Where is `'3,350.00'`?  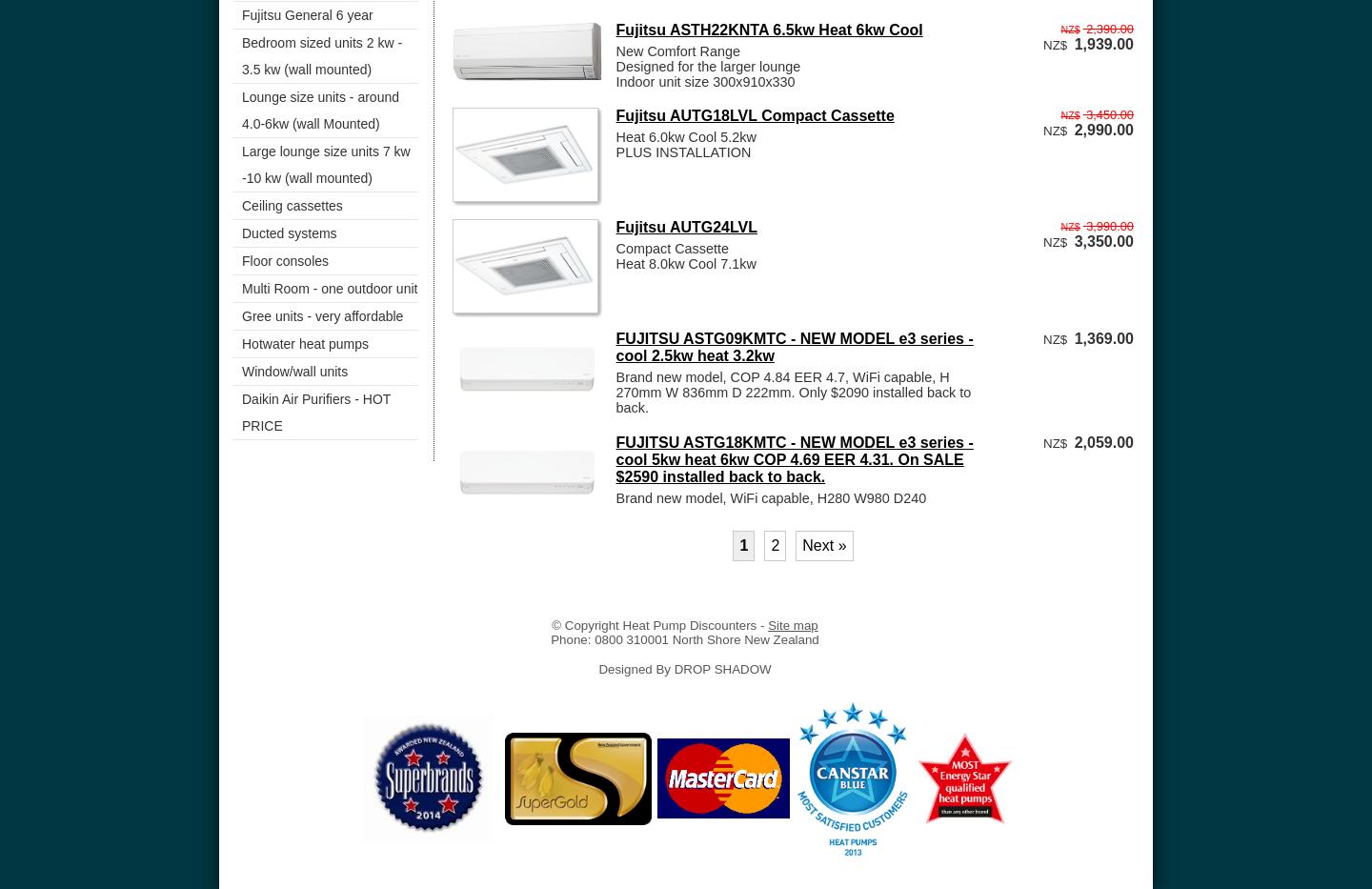 '3,350.00' is located at coordinates (1103, 240).